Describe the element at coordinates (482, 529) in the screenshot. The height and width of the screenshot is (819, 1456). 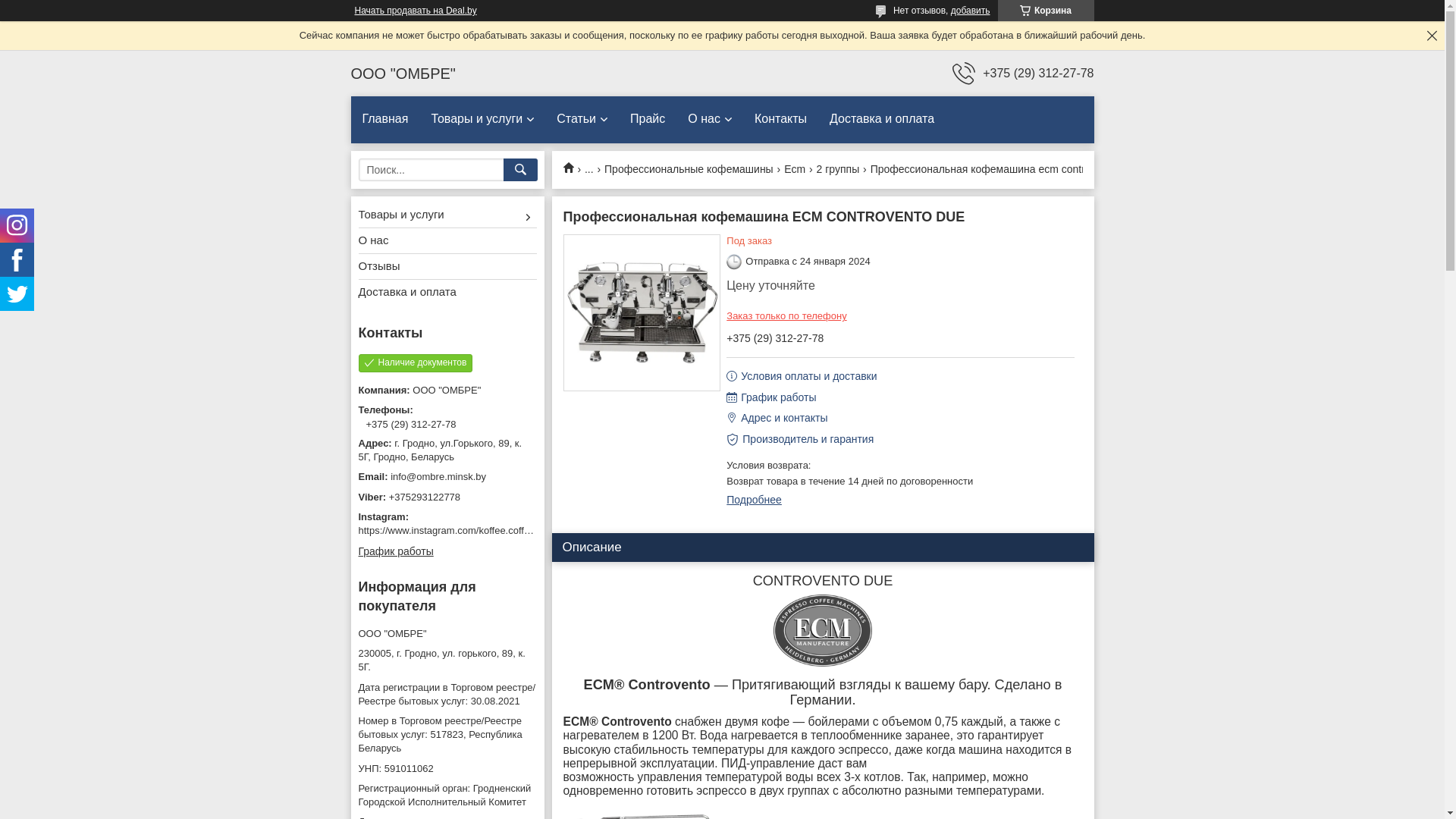
I see `'https://www.instagram.com/koffee.coffeemachines/?hl=ru'` at that location.